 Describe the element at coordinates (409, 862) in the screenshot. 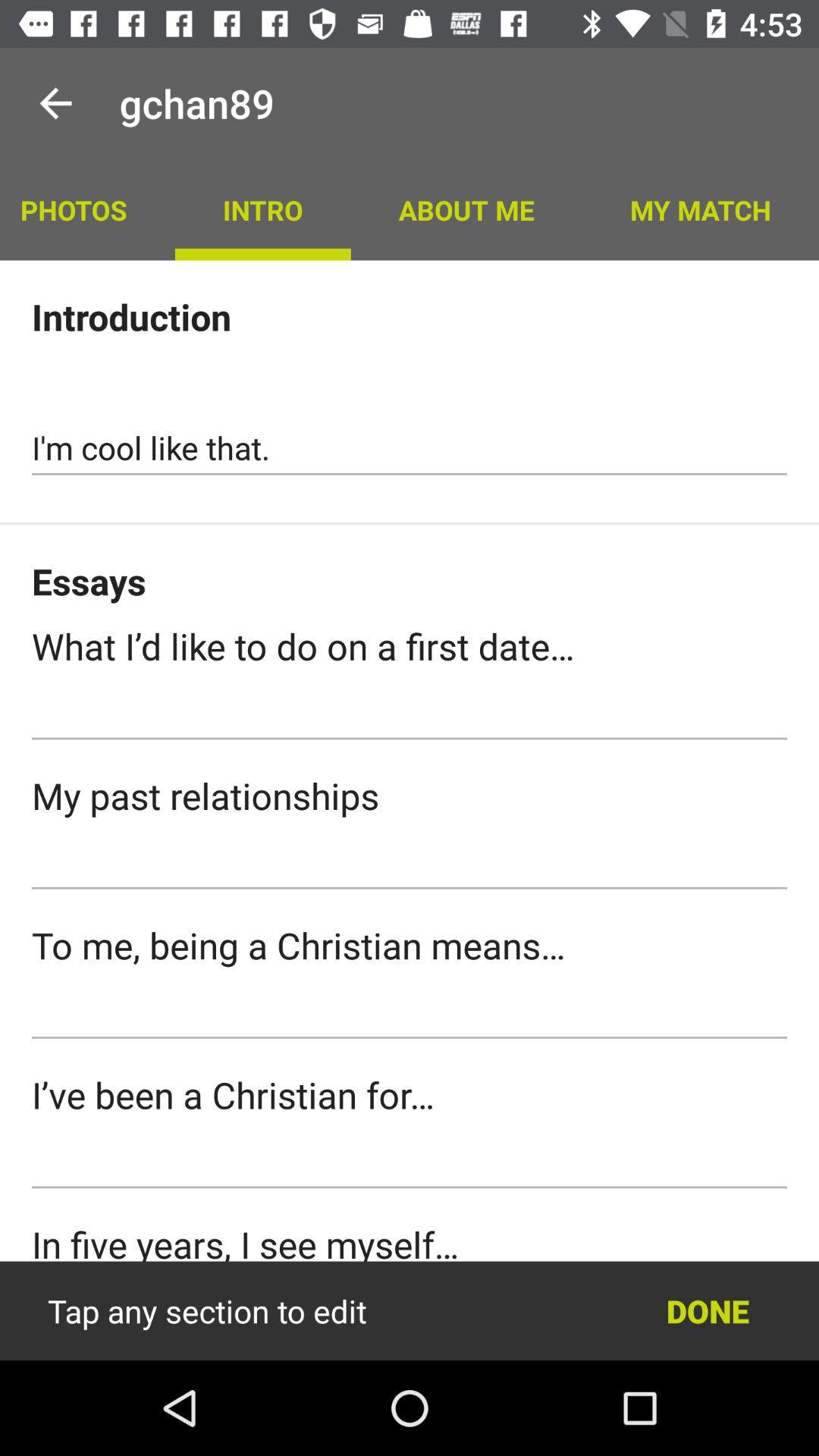

I see `text` at that location.